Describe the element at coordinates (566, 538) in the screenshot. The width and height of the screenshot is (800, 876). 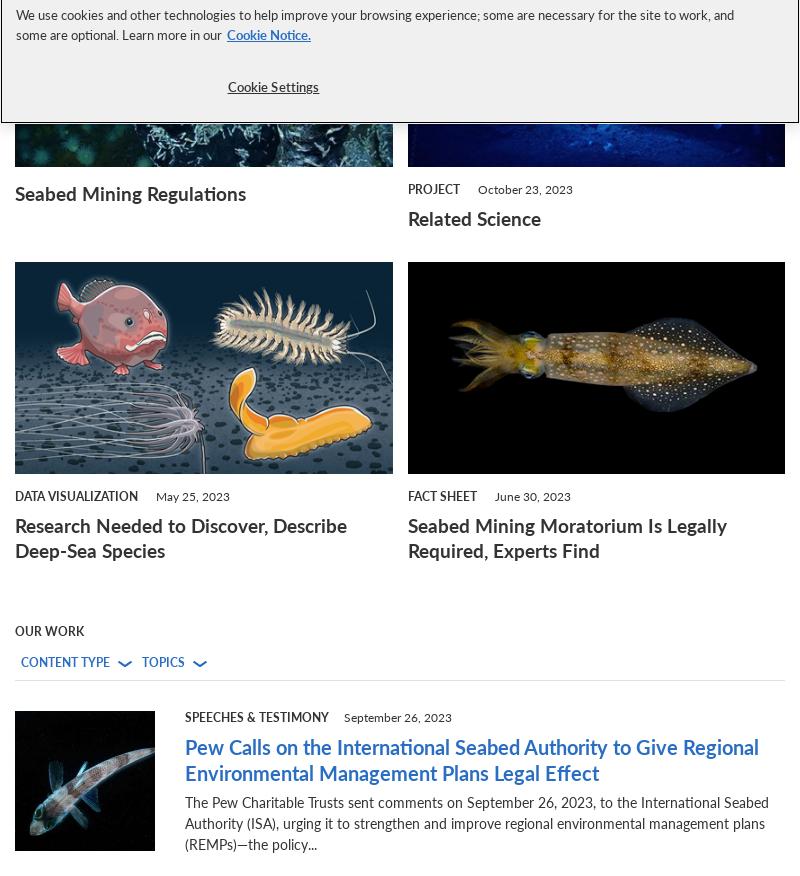
I see `'Seabed Mining Moratorium Is Legally Required, Experts Find'` at that location.